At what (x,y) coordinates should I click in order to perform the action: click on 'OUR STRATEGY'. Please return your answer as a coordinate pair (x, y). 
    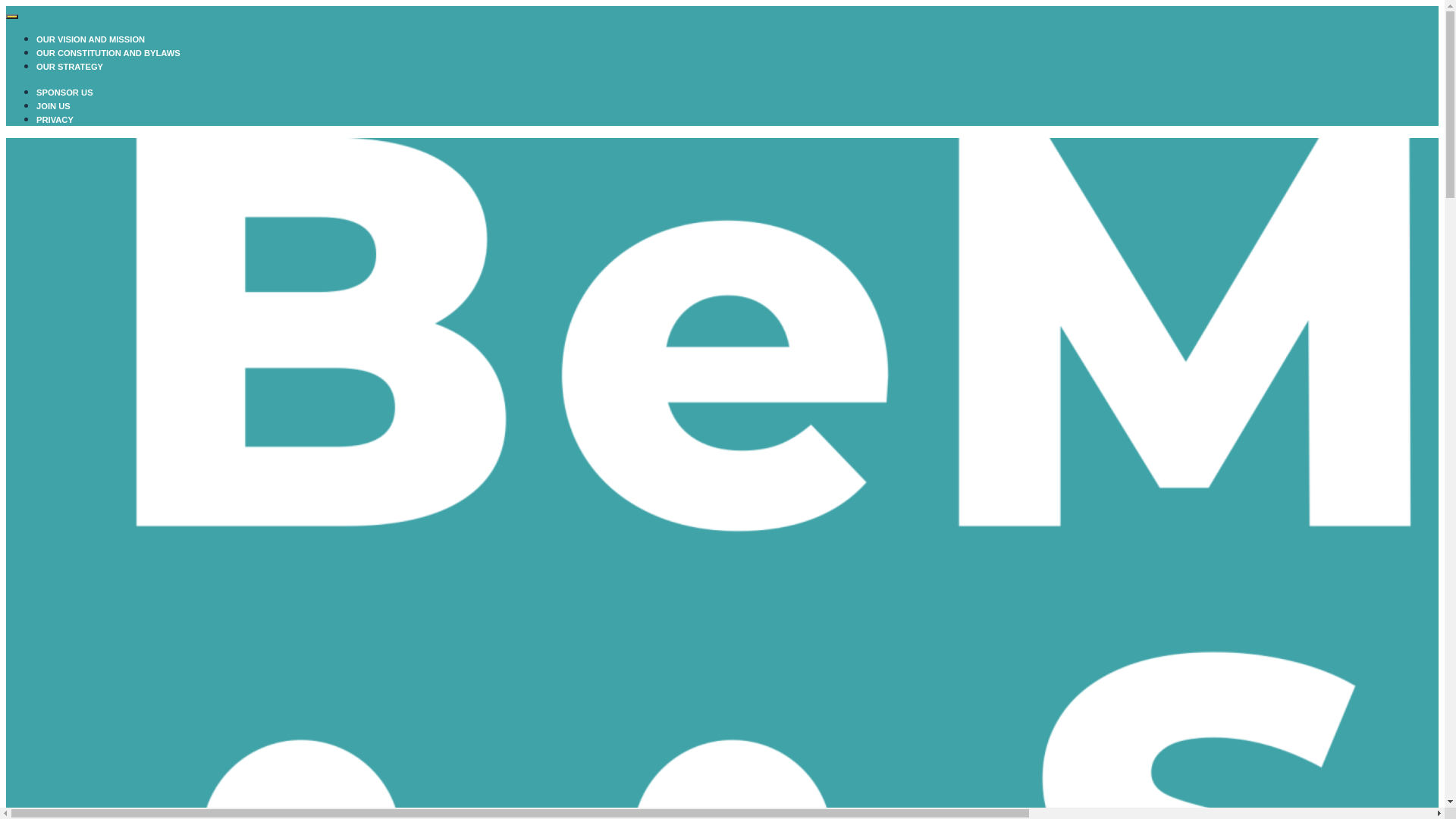
    Looking at the image, I should click on (68, 66).